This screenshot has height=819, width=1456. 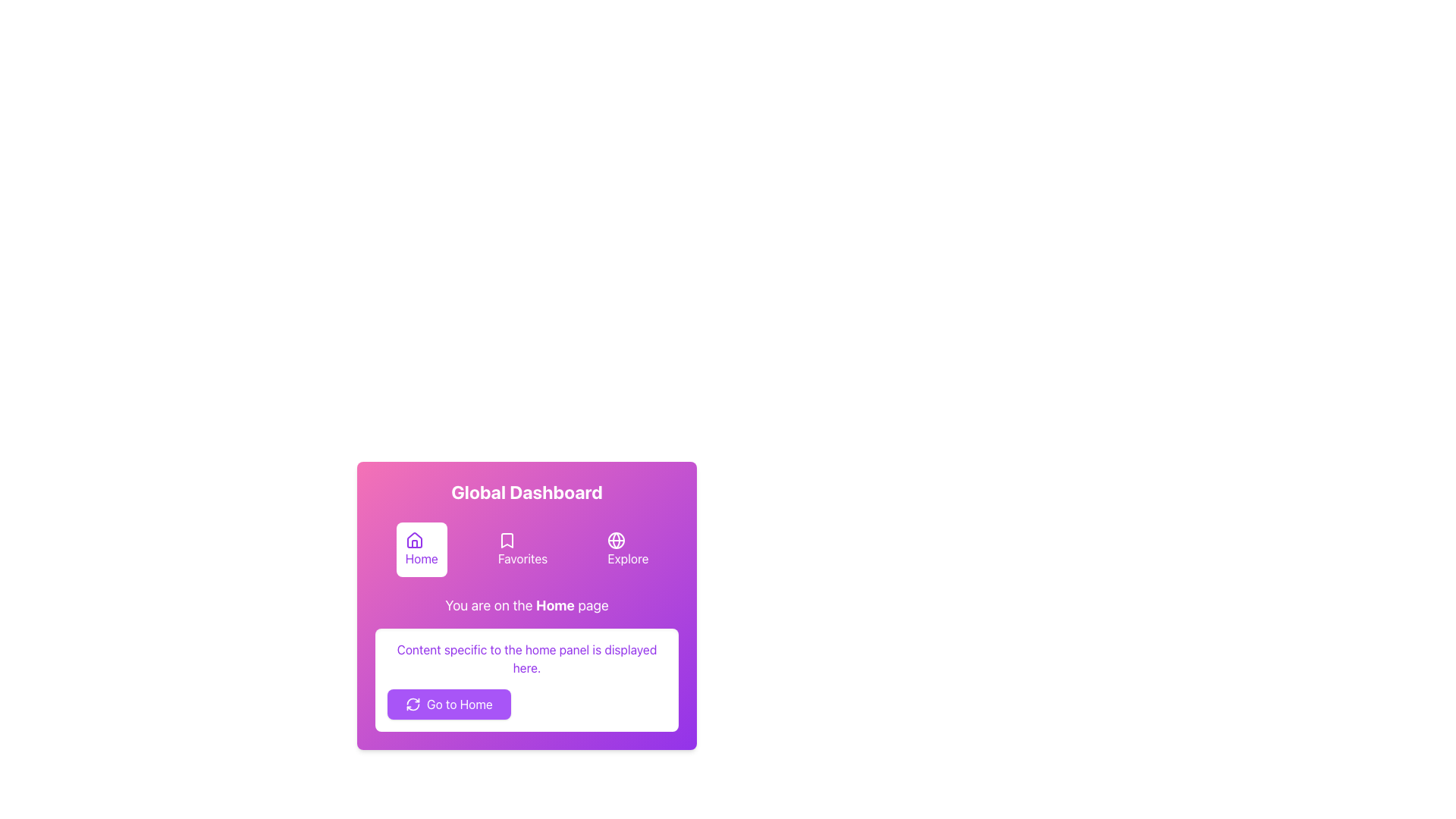 I want to click on the bookmark icon located in the center of the 'Favorites' section on the 'Global Dashboard', so click(x=507, y=540).